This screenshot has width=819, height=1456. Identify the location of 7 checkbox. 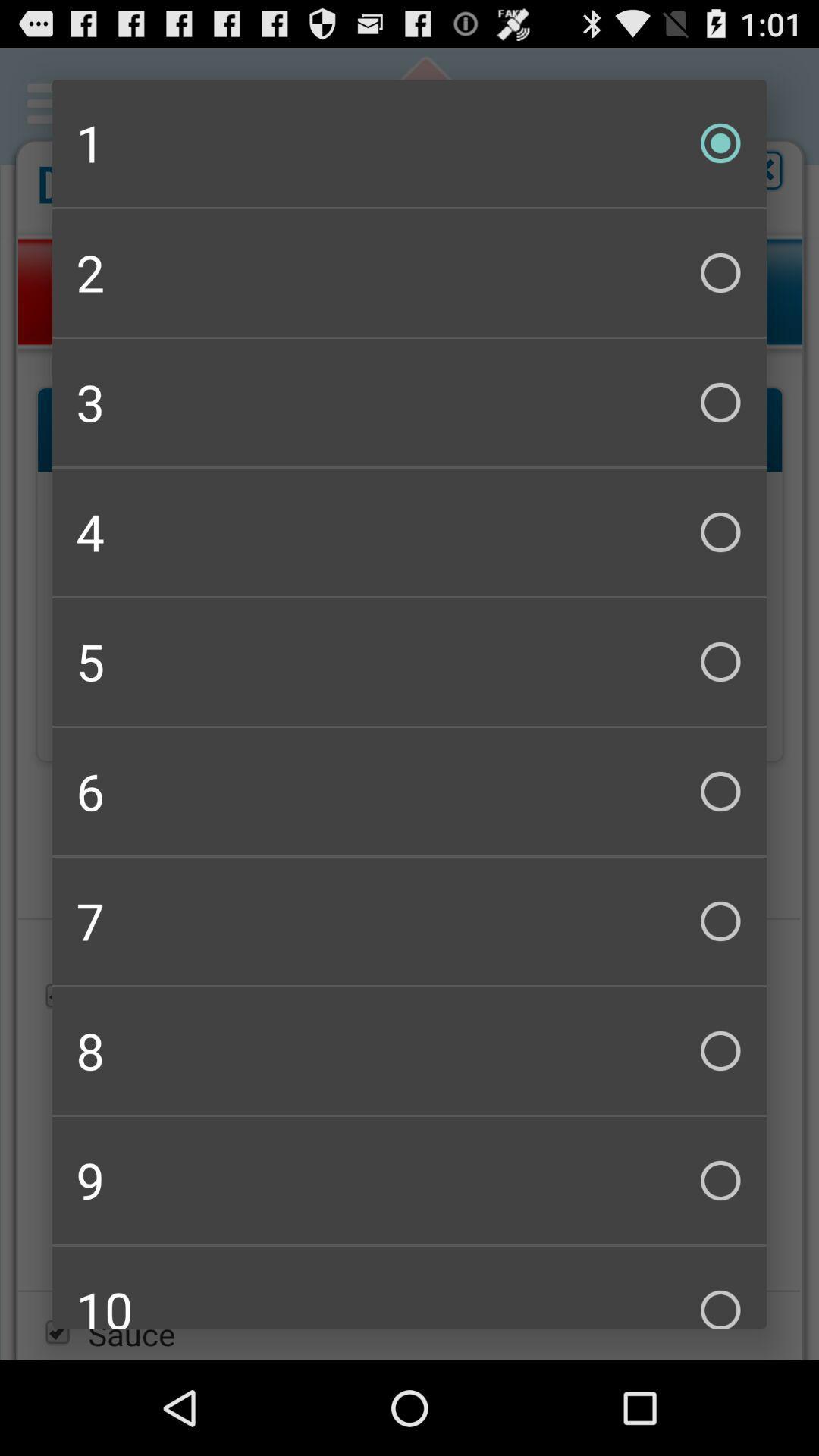
(409, 920).